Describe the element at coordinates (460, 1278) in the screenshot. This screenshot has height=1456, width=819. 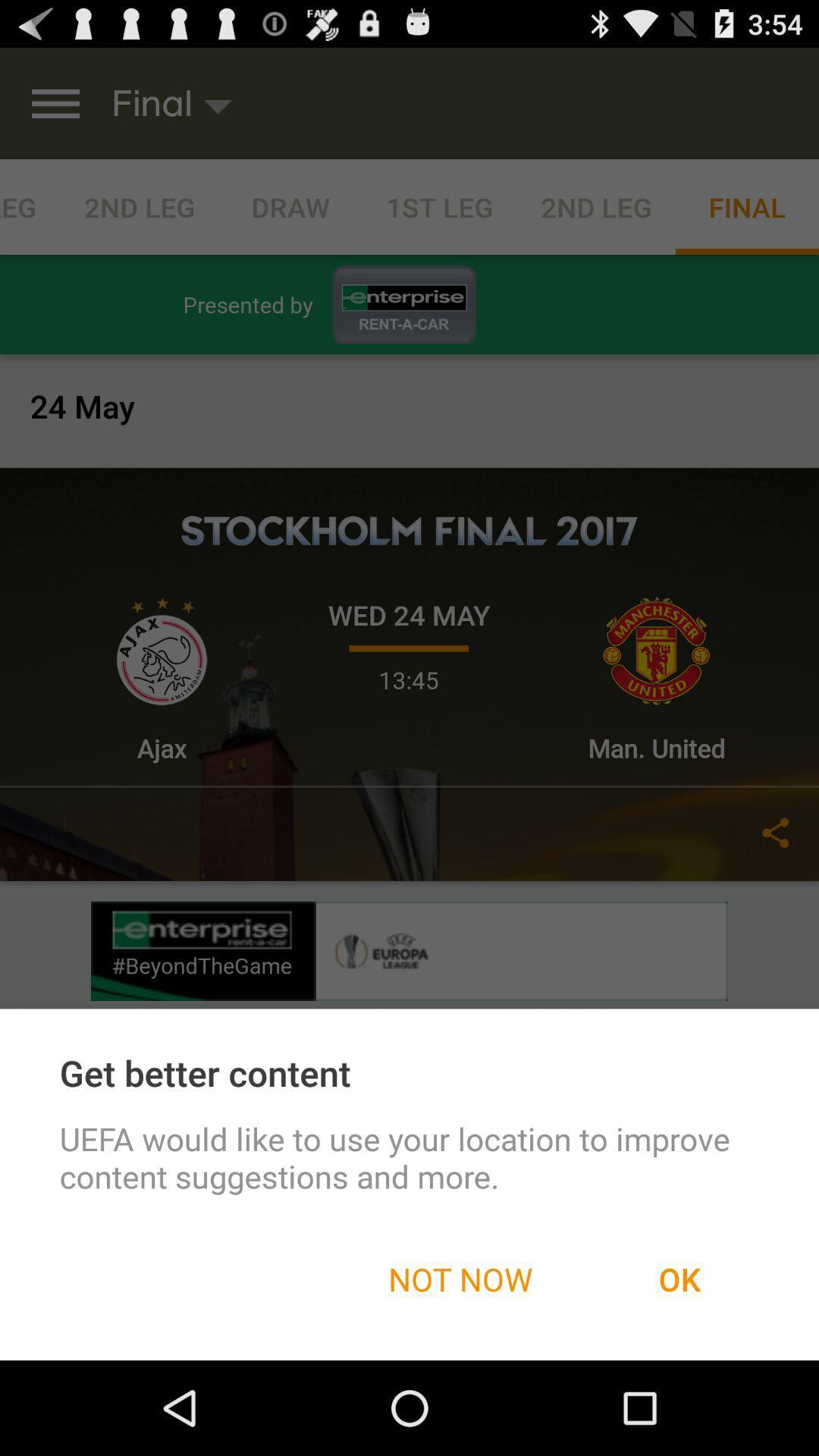
I see `the not now item` at that location.